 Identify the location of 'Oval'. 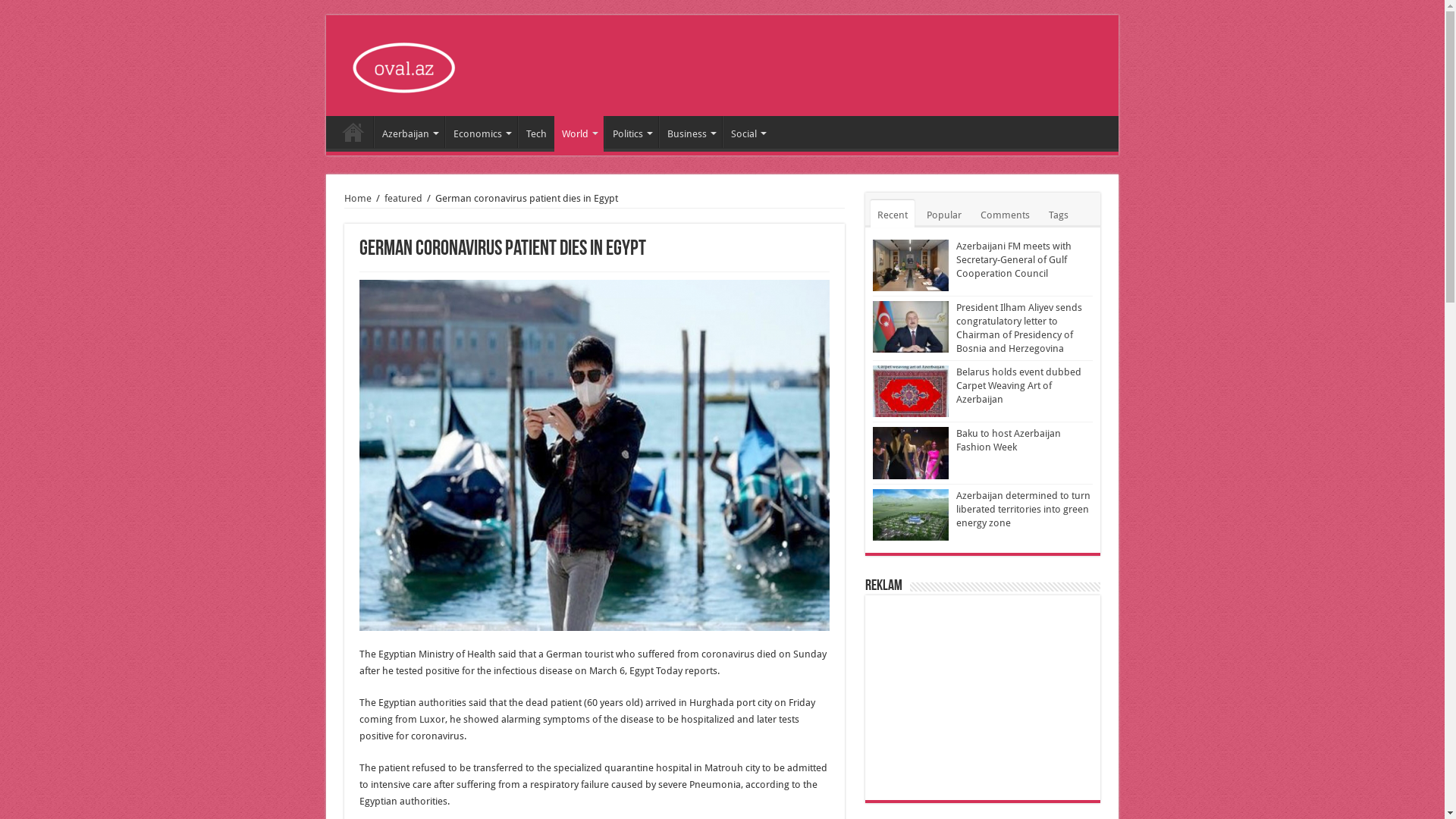
(406, 63).